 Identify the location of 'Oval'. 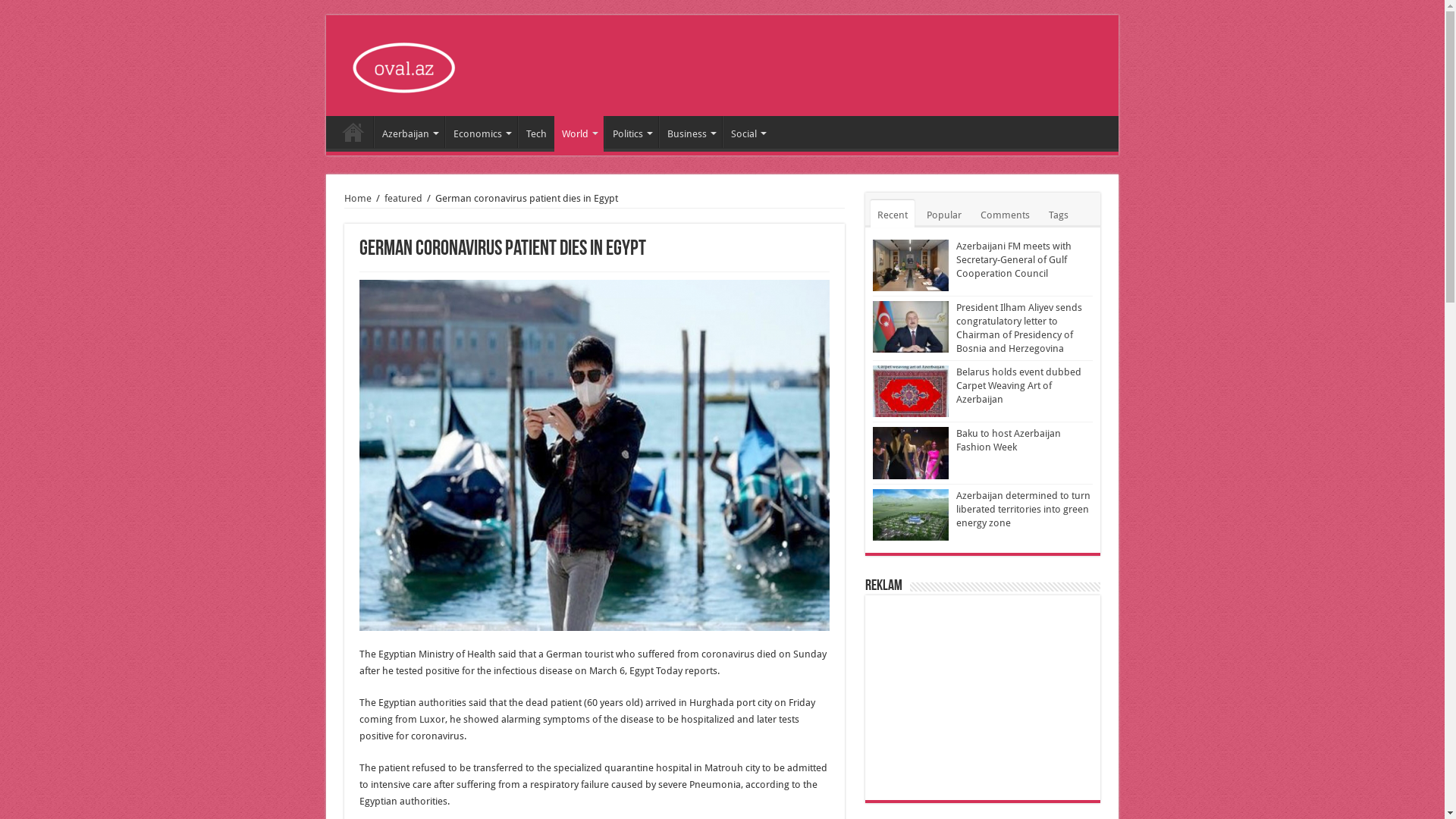
(406, 63).